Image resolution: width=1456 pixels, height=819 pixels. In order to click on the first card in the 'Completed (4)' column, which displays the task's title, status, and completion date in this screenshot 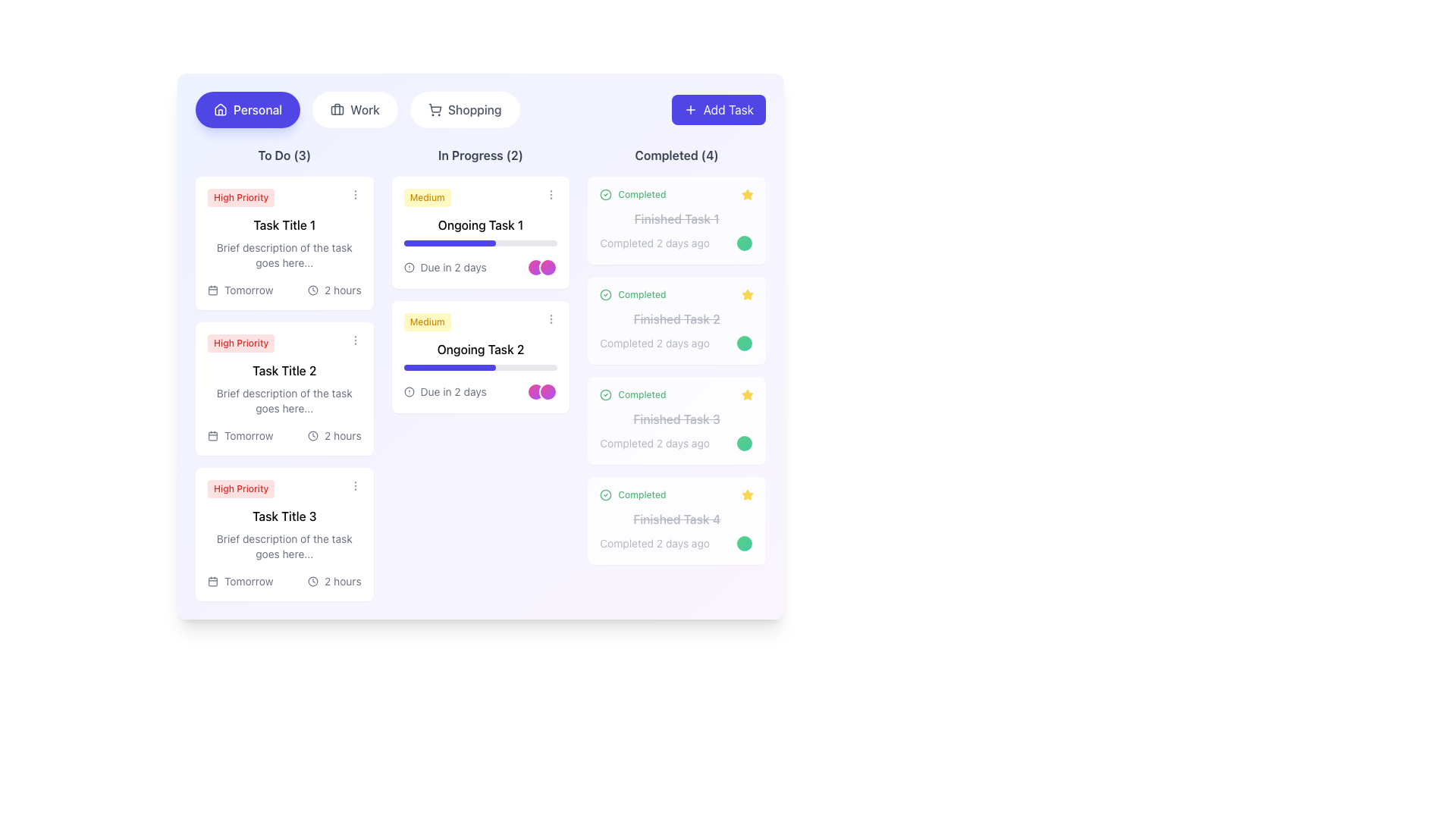, I will do `click(676, 220)`.